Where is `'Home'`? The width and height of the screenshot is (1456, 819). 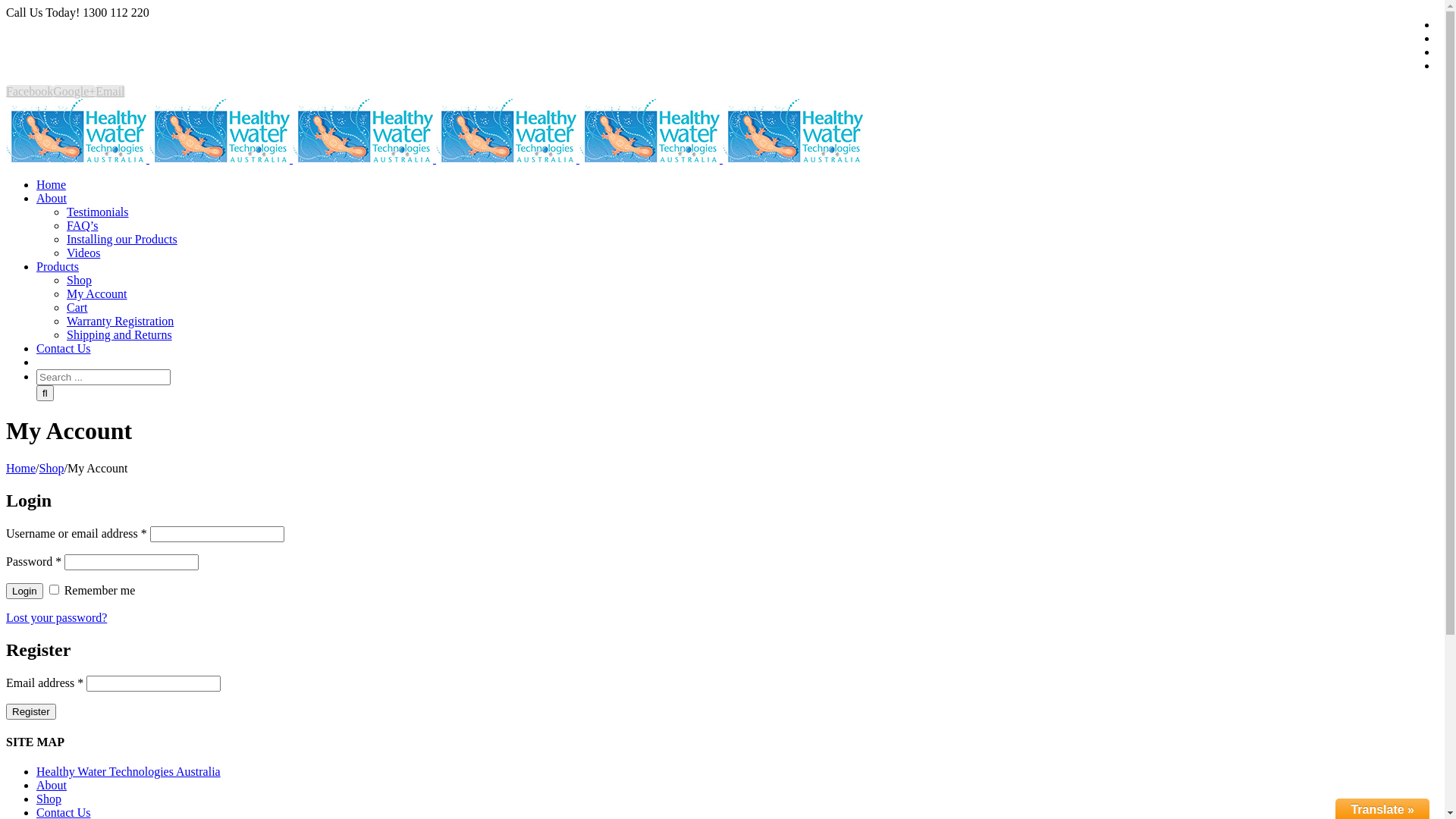
'Home' is located at coordinates (20, 467).